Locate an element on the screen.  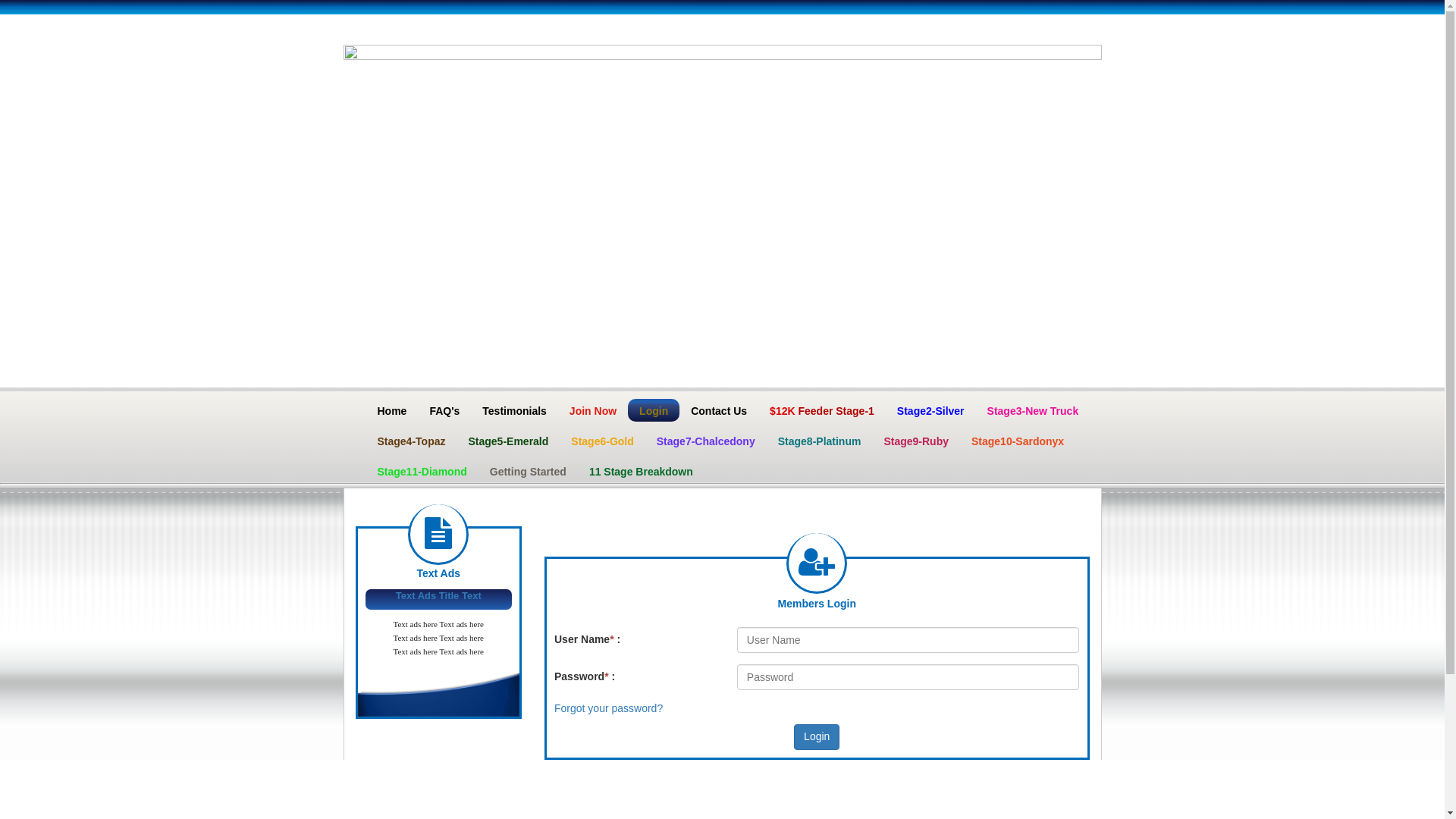
'Stage7-Chalcedony' is located at coordinates (705, 441).